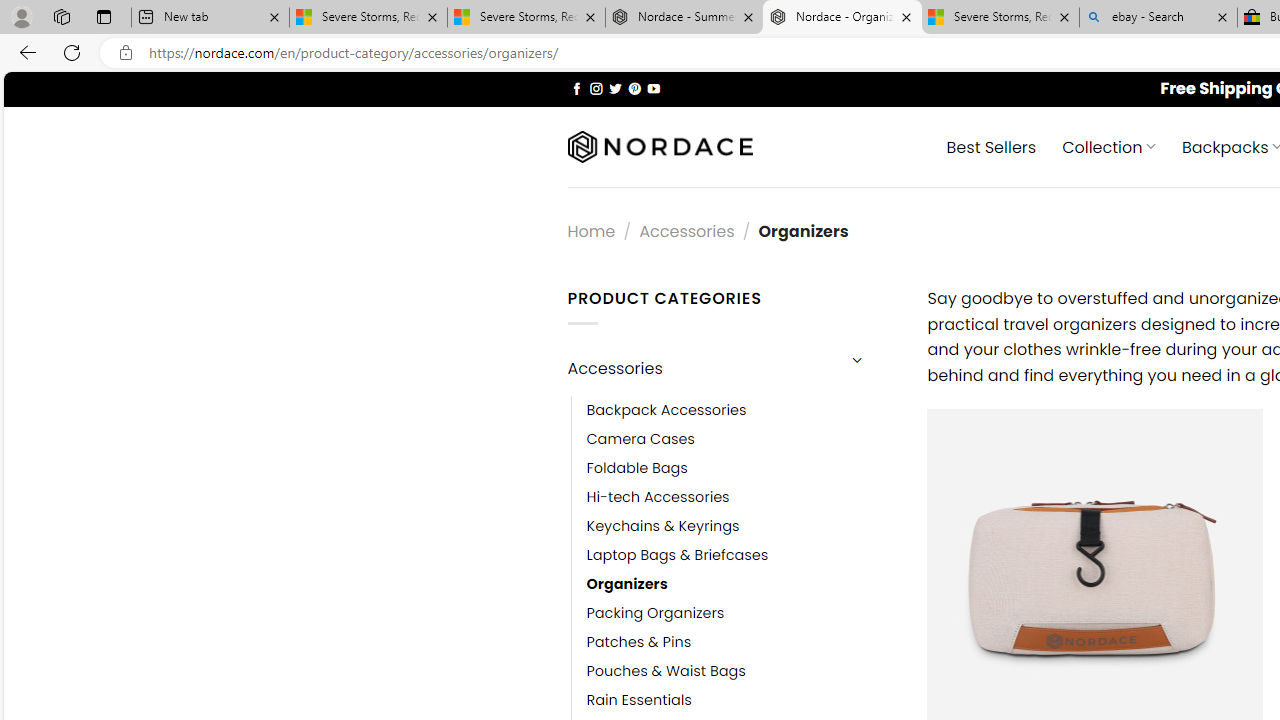  What do you see at coordinates (666, 671) in the screenshot?
I see `'Pouches & Waist Bags'` at bounding box center [666, 671].